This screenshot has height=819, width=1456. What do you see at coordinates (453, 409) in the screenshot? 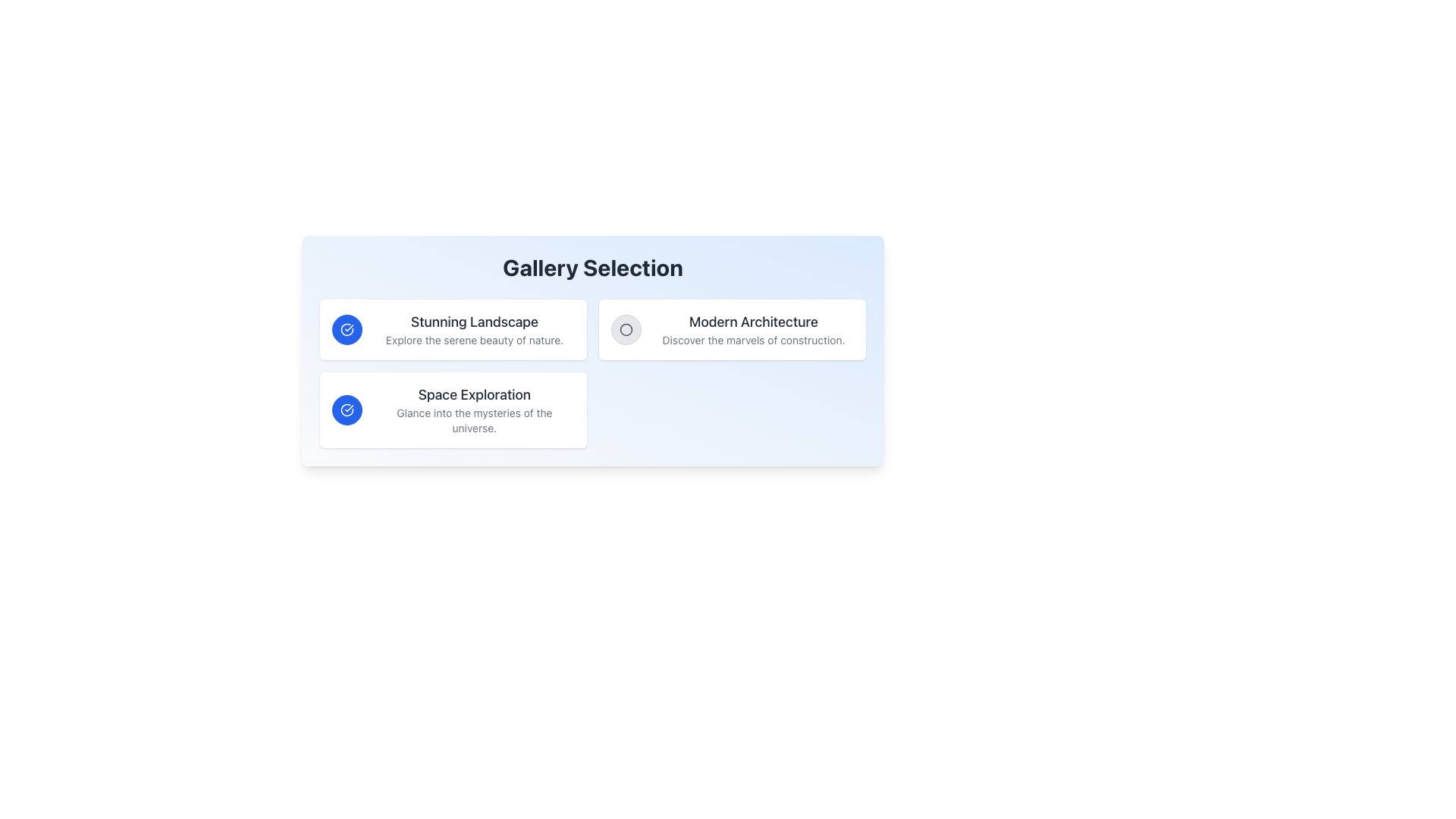
I see `the Informational Card about 'Space Exploration'` at bounding box center [453, 409].